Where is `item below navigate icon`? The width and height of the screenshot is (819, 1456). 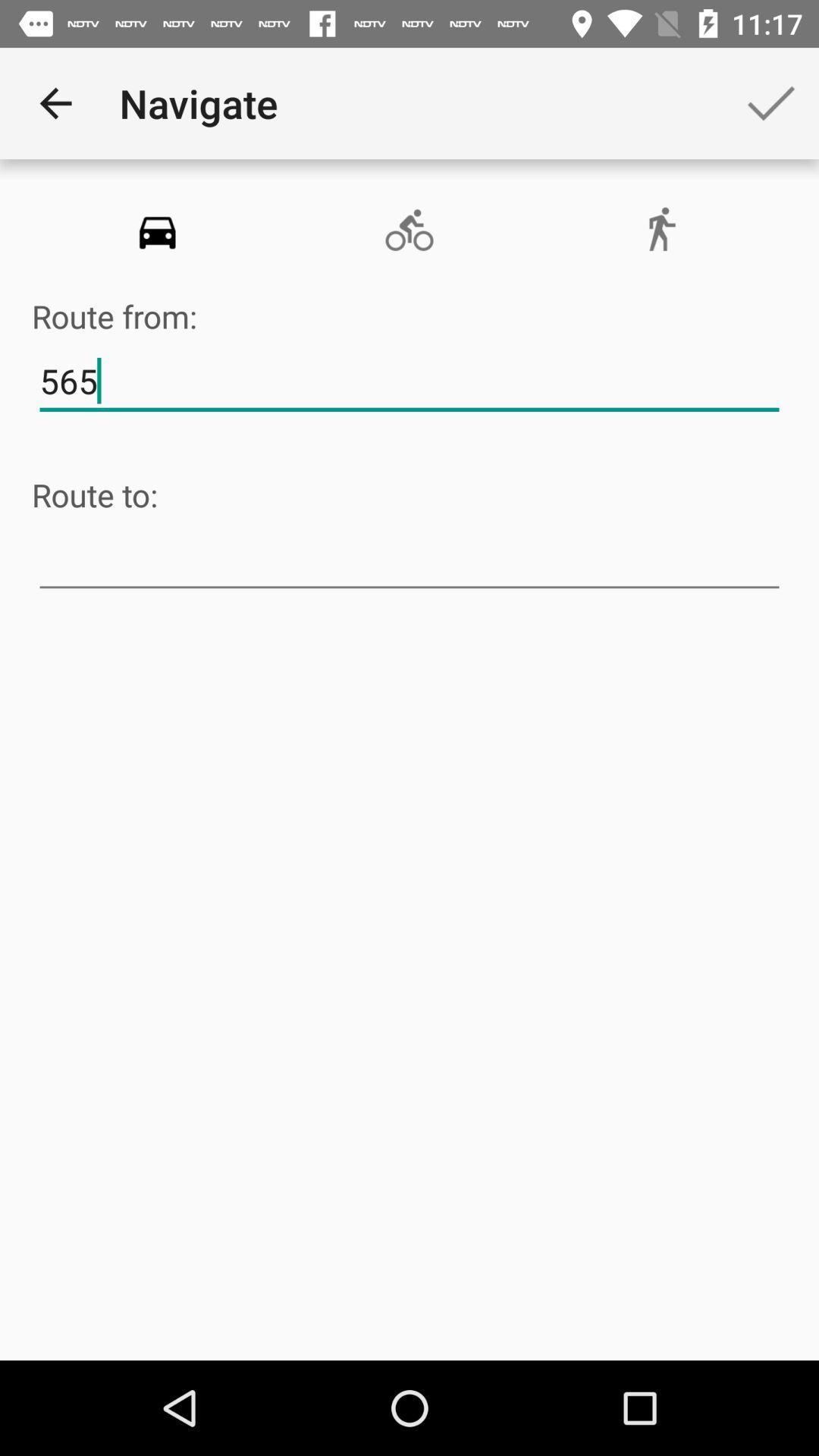 item below navigate icon is located at coordinates (408, 230).